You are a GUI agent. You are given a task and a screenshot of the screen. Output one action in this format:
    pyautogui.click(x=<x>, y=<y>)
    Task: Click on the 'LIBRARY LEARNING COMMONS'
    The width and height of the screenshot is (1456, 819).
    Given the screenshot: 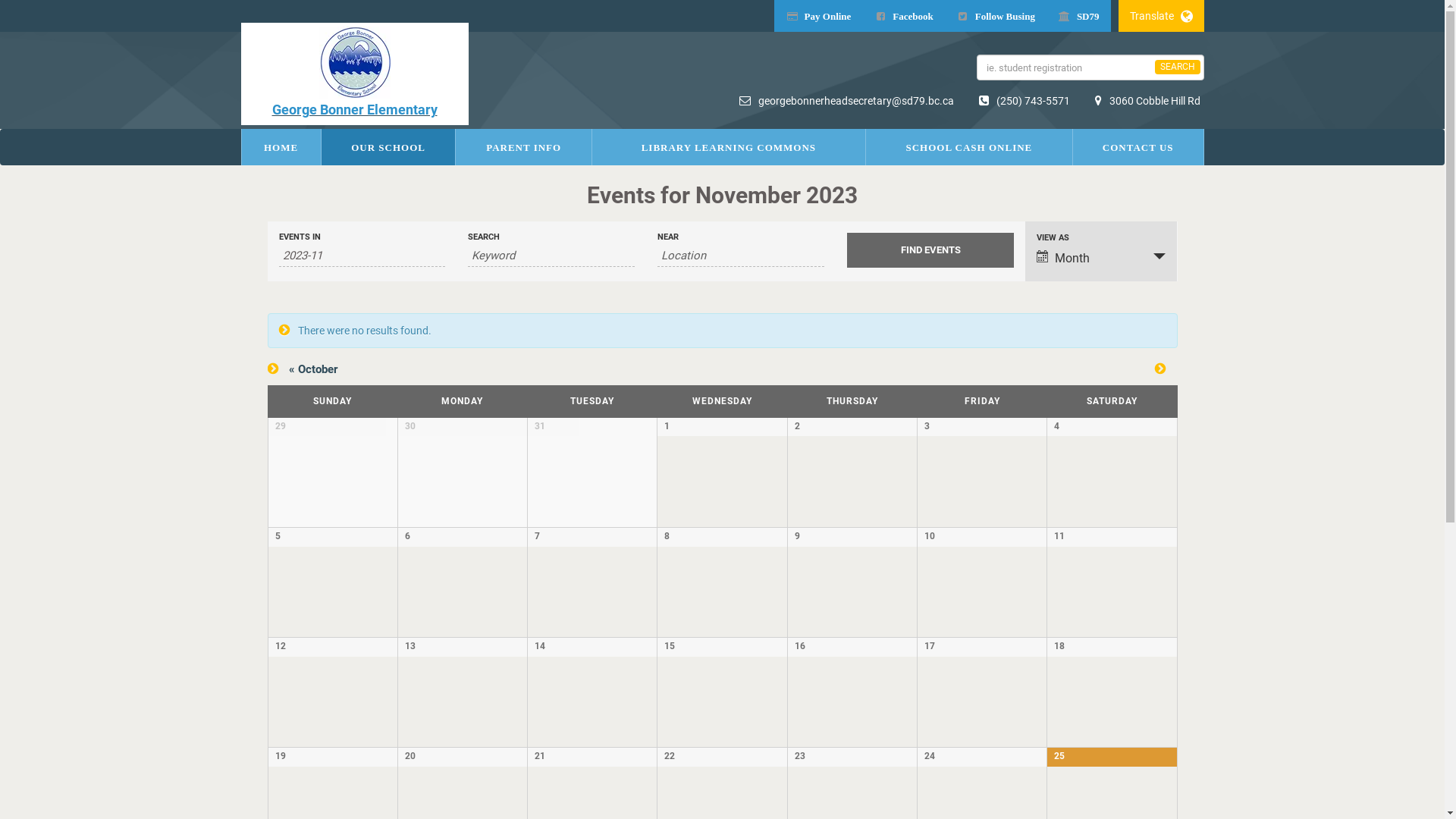 What is the action you would take?
    pyautogui.click(x=728, y=146)
    